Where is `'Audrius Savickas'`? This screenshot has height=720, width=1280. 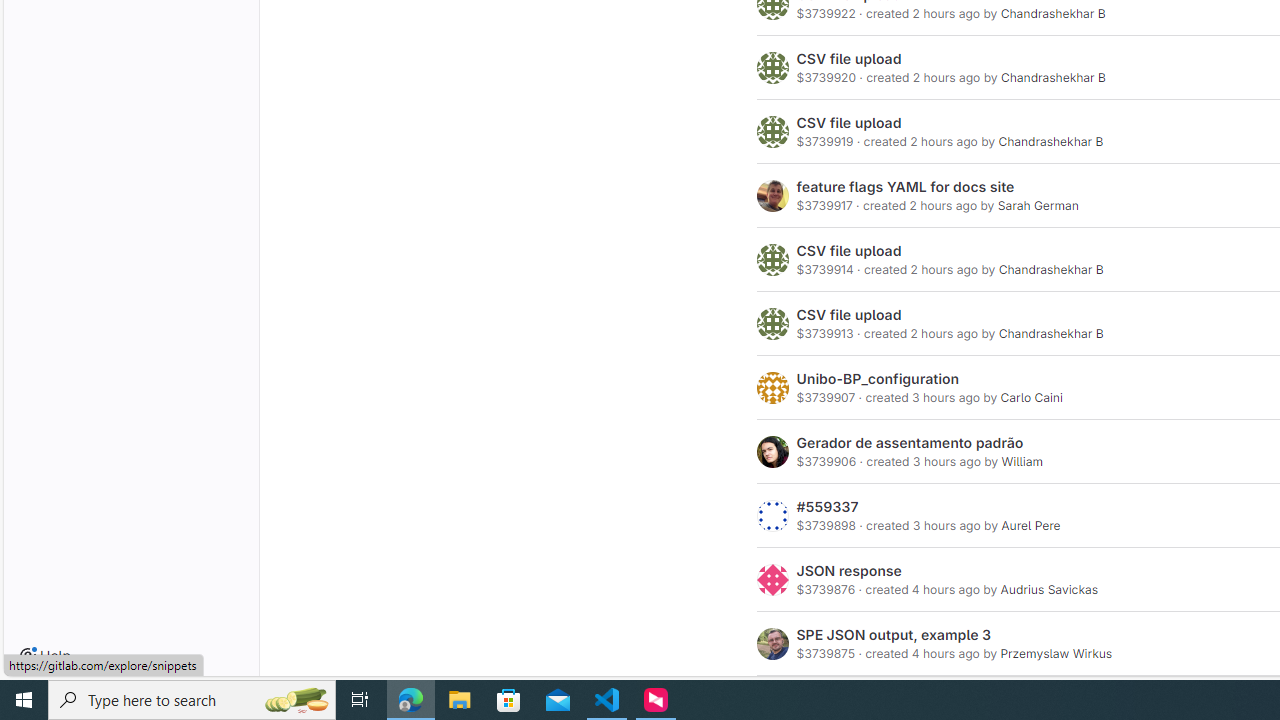 'Audrius Savickas' is located at coordinates (1048, 589).